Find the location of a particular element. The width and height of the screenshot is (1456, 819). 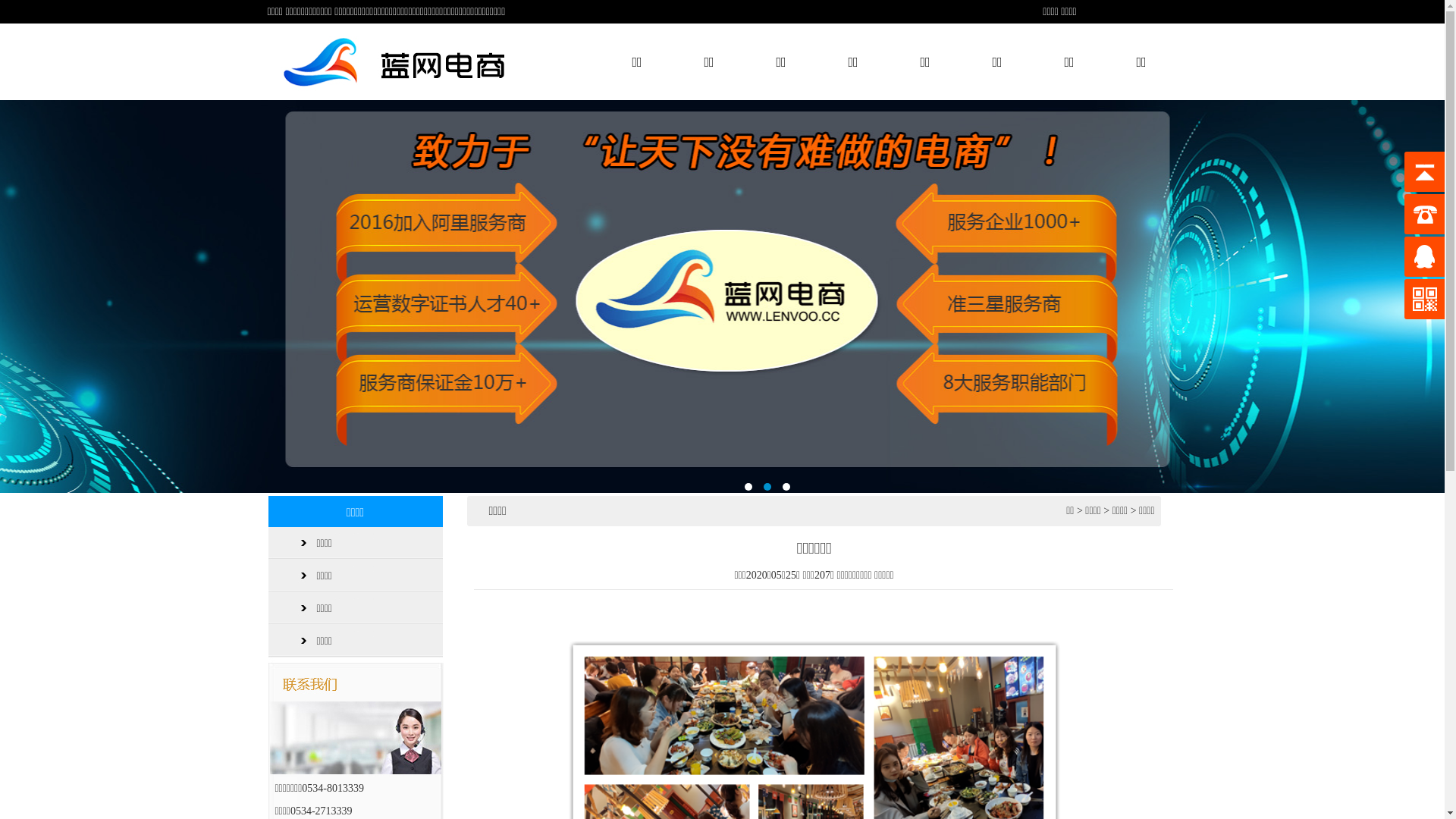

'3' is located at coordinates (786, 486).